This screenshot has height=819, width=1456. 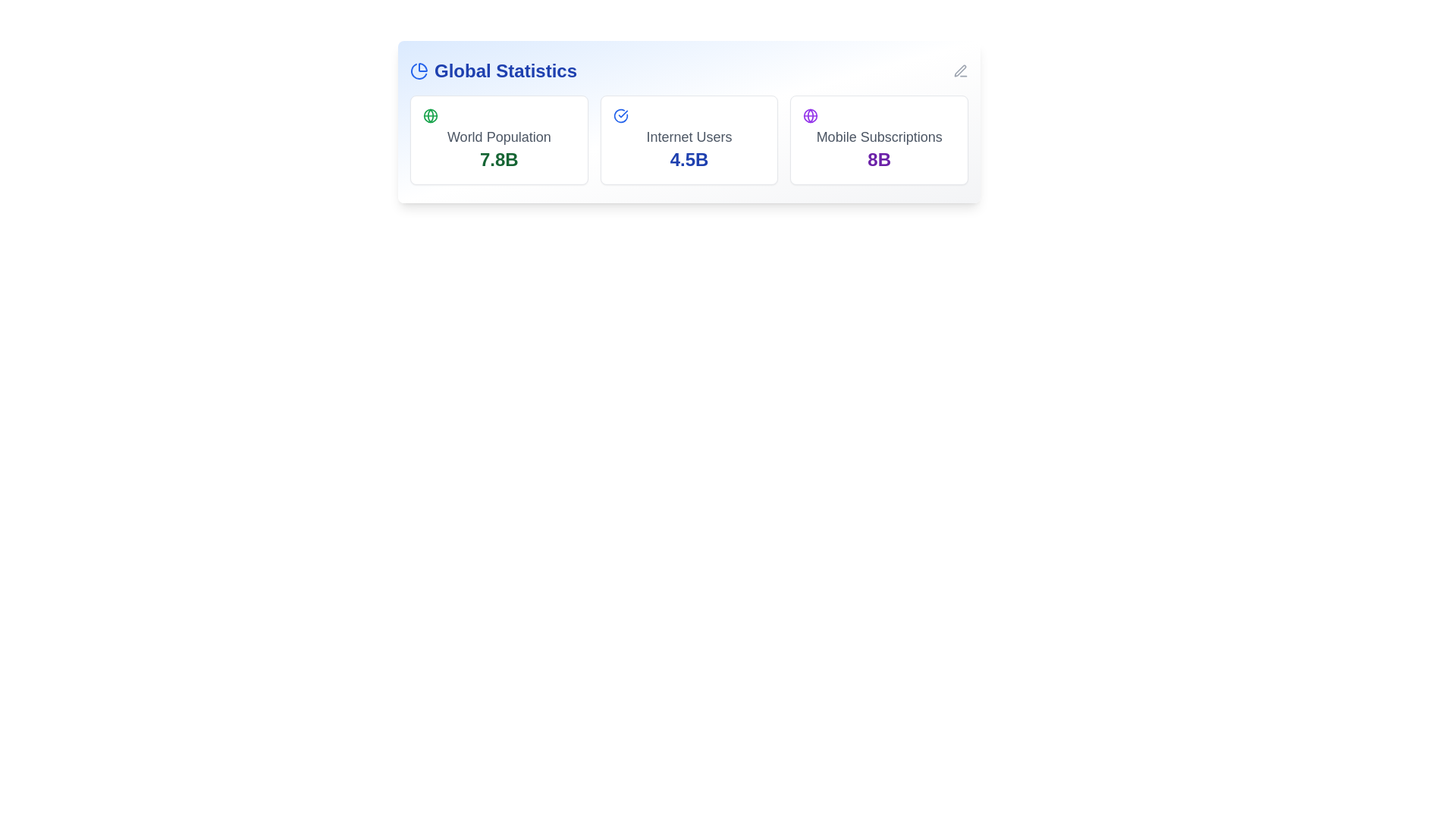 I want to click on the pen icon located in the top-right corner of the card-like section, so click(x=959, y=71).